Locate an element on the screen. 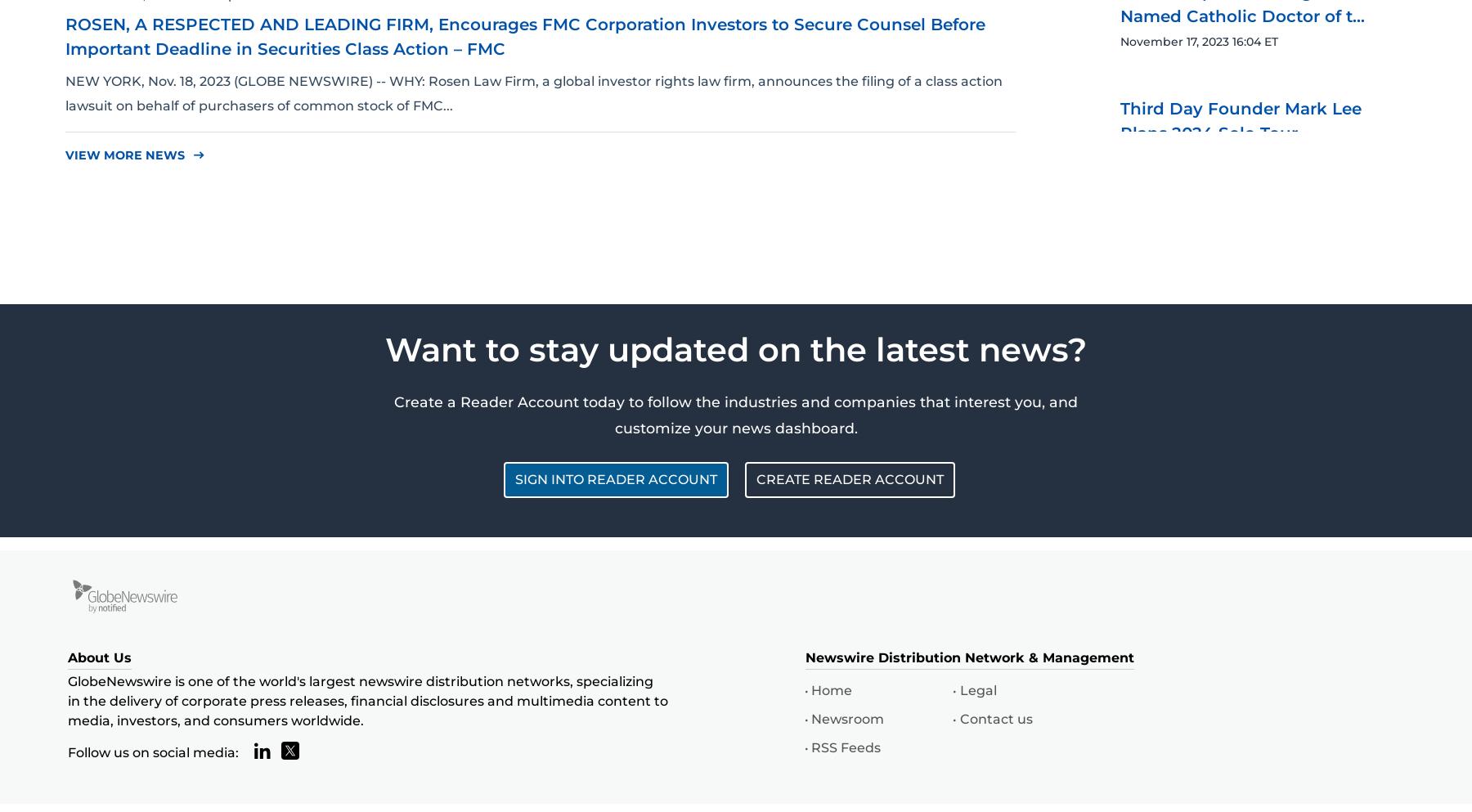 This screenshot has height=812, width=1472. 'Legal' is located at coordinates (976, 689).